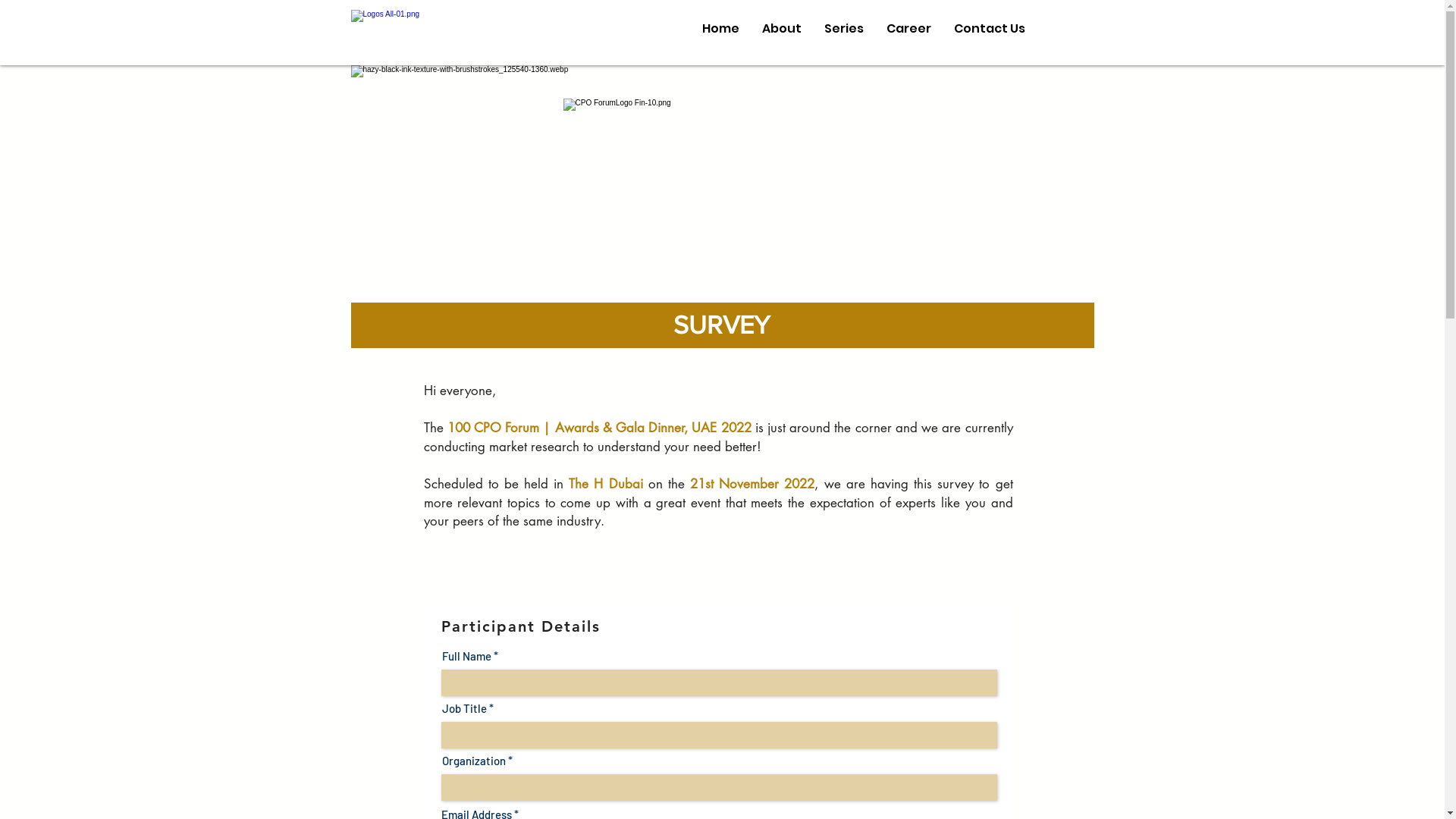 The height and width of the screenshot is (819, 1456). Describe the element at coordinates (349, 29) in the screenshot. I see `'3novex logo W-02.png'` at that location.